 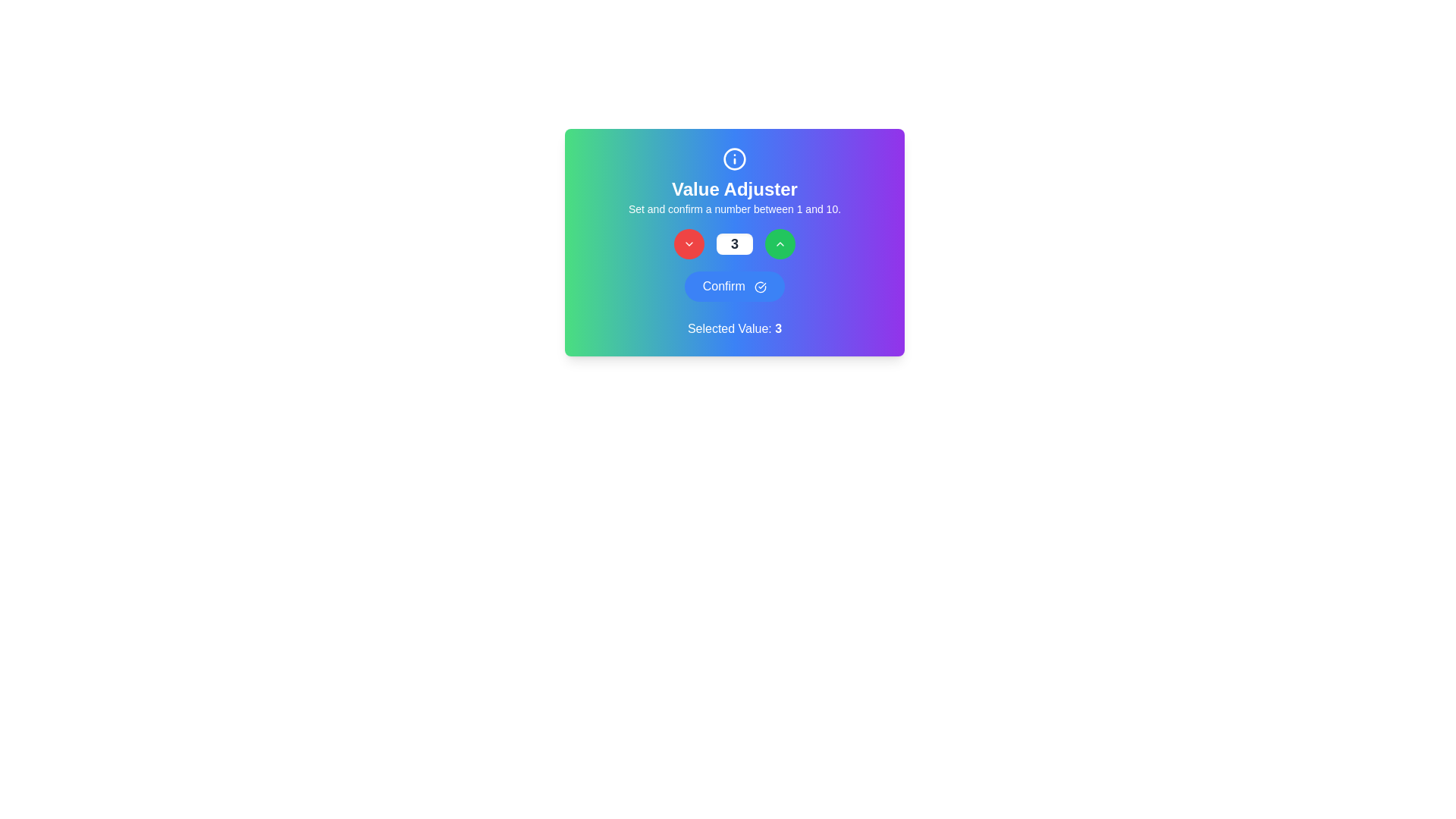 I want to click on the 'Value Adjuster' instructional header, so click(x=735, y=180).